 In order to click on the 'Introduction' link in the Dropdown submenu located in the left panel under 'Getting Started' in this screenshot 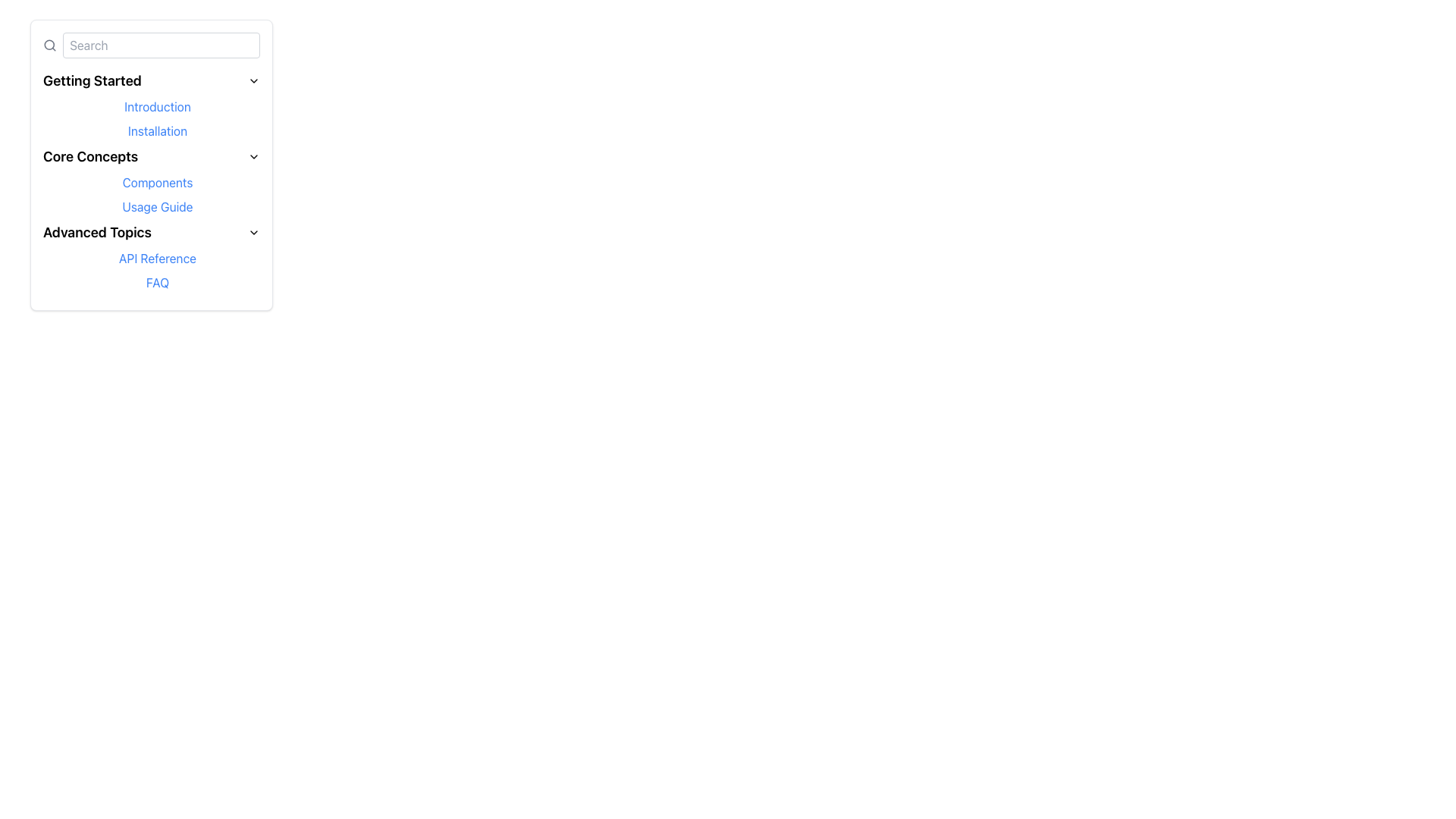, I will do `click(152, 104)`.